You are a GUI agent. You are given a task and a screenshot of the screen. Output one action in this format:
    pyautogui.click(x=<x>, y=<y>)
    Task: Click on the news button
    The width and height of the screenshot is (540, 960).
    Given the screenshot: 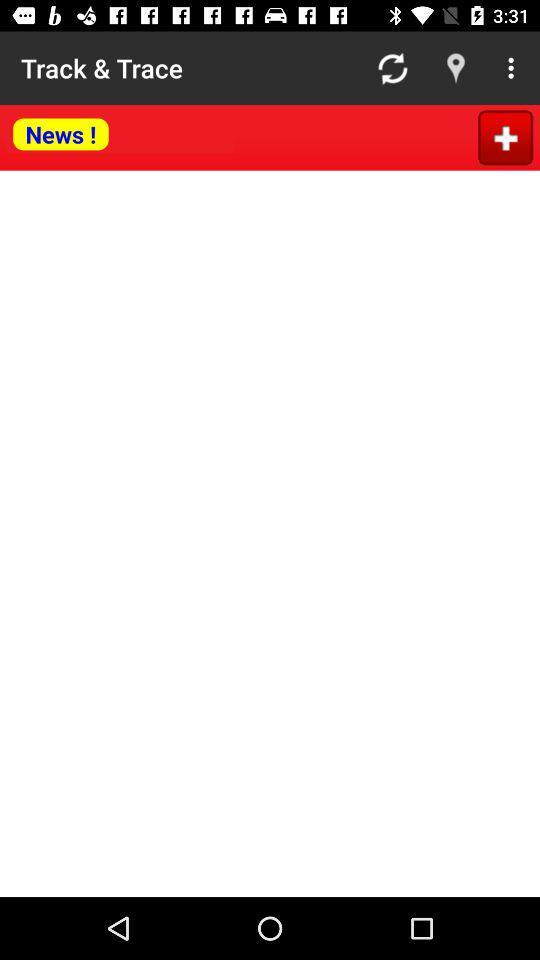 What is the action you would take?
    pyautogui.click(x=120, y=134)
    